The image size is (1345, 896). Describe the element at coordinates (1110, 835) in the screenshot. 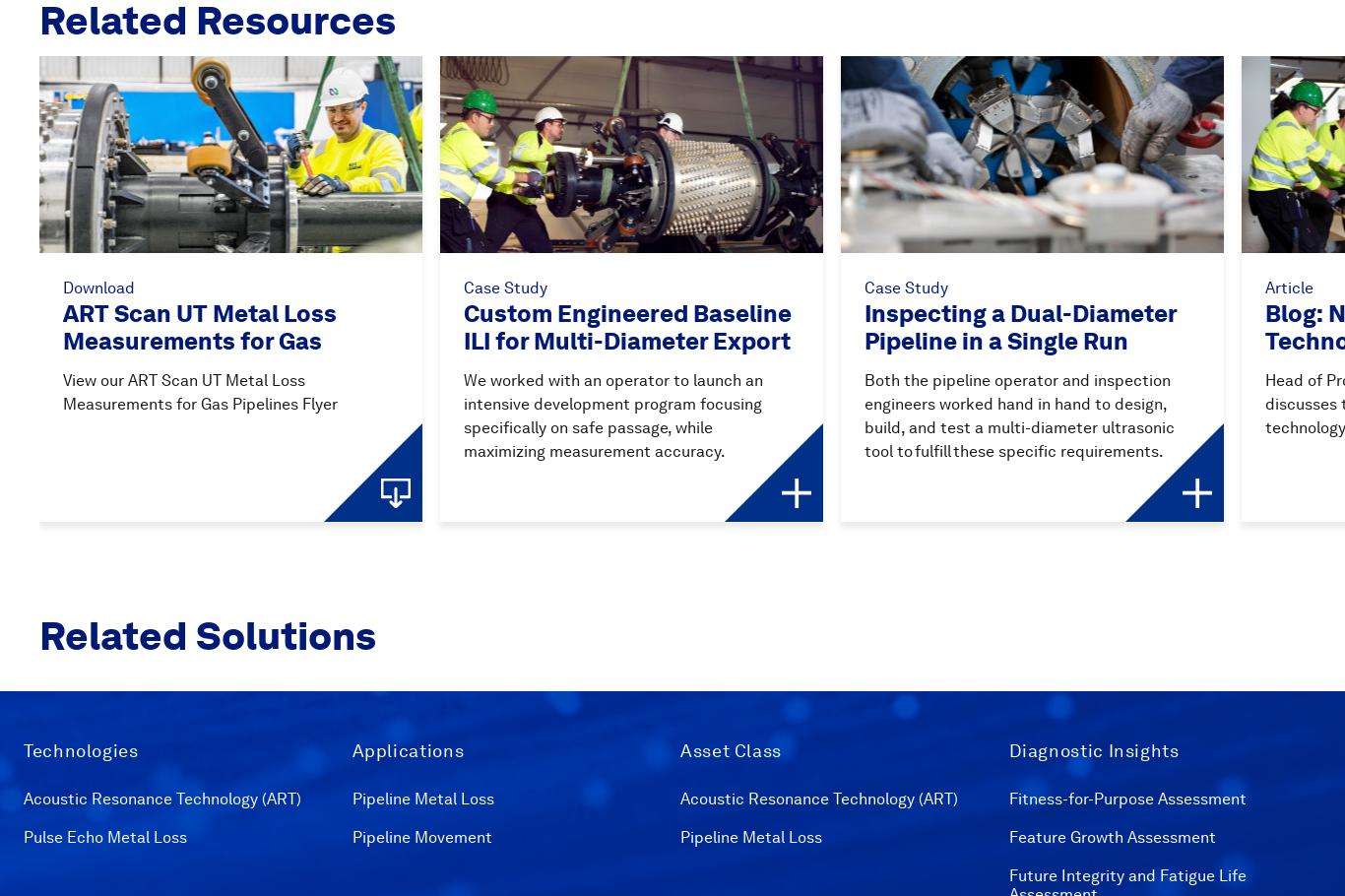

I see `'Feature Growth Assessment'` at that location.